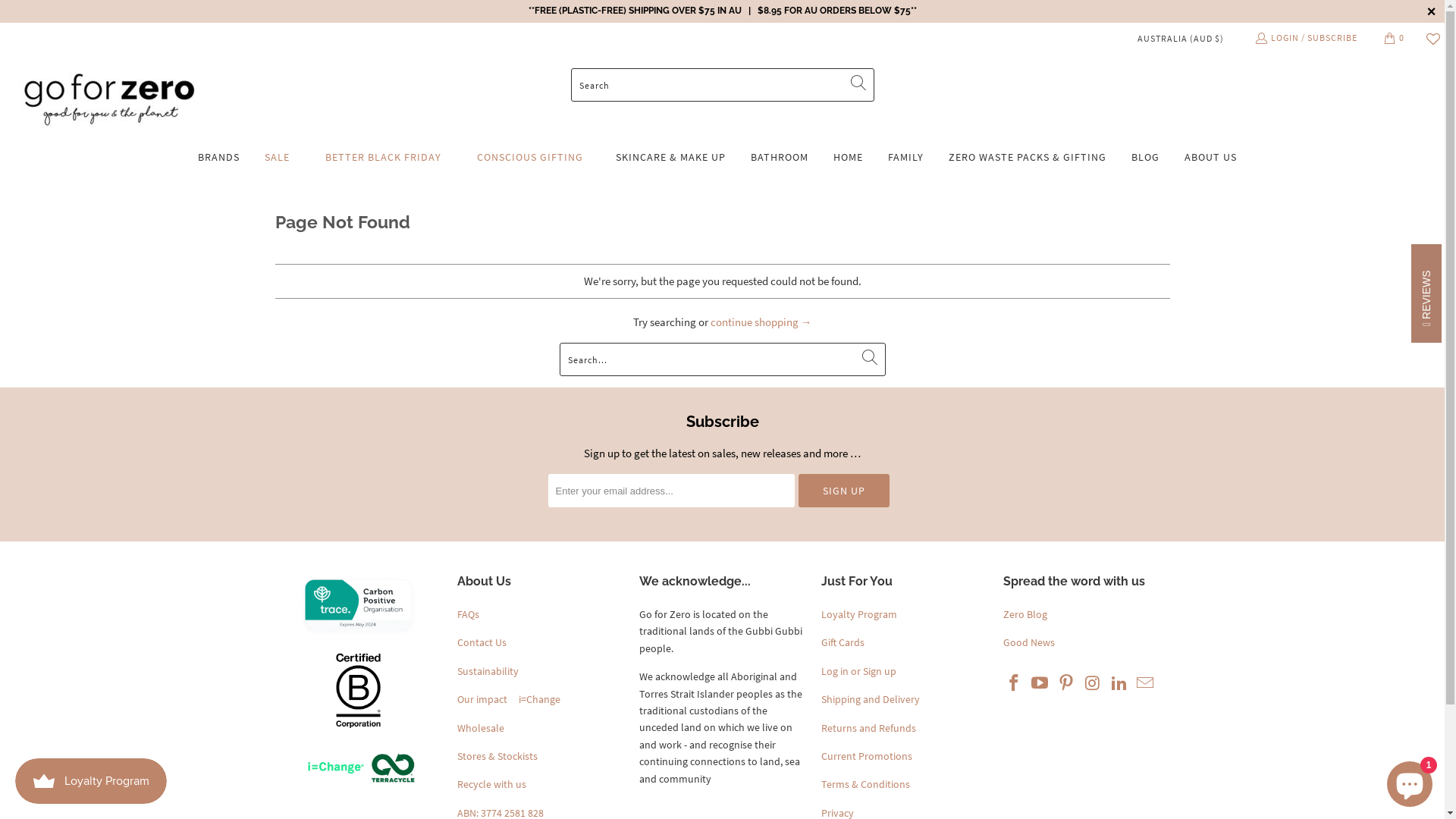 The image size is (1456, 819). I want to click on 'Recycle with us', so click(491, 783).